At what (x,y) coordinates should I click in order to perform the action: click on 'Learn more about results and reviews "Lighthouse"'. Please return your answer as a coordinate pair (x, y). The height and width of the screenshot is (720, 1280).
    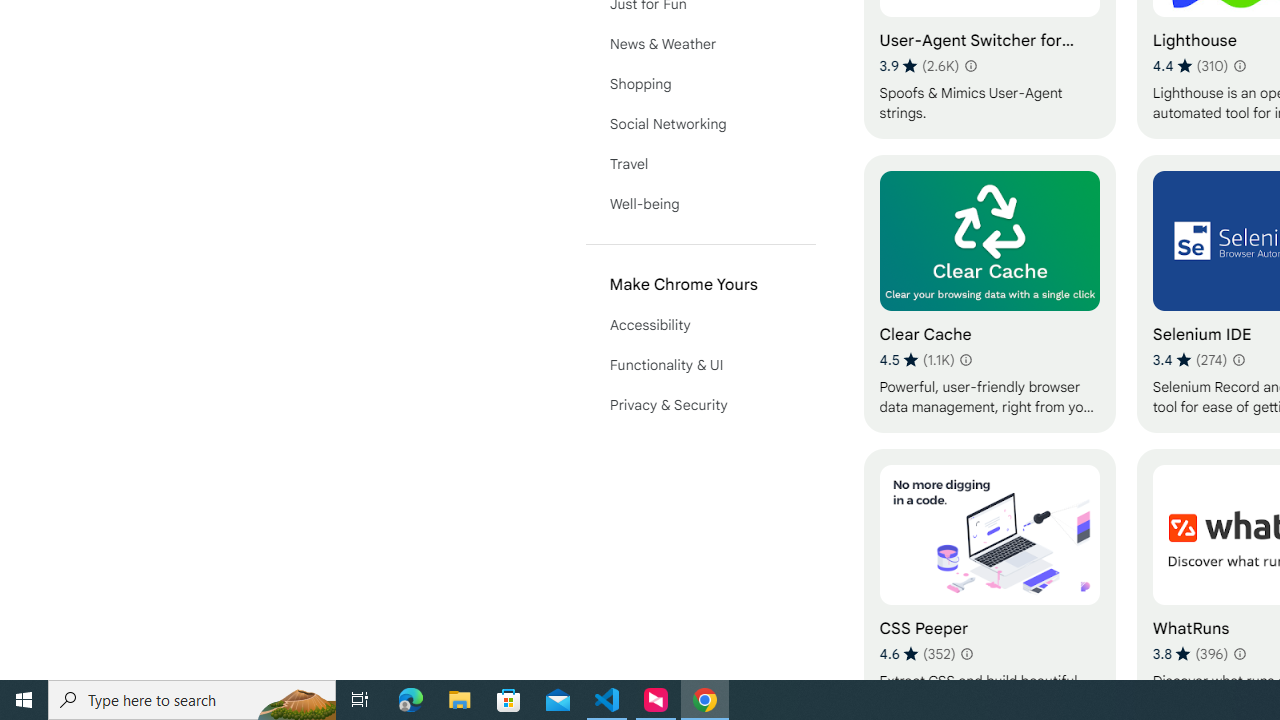
    Looking at the image, I should click on (1238, 64).